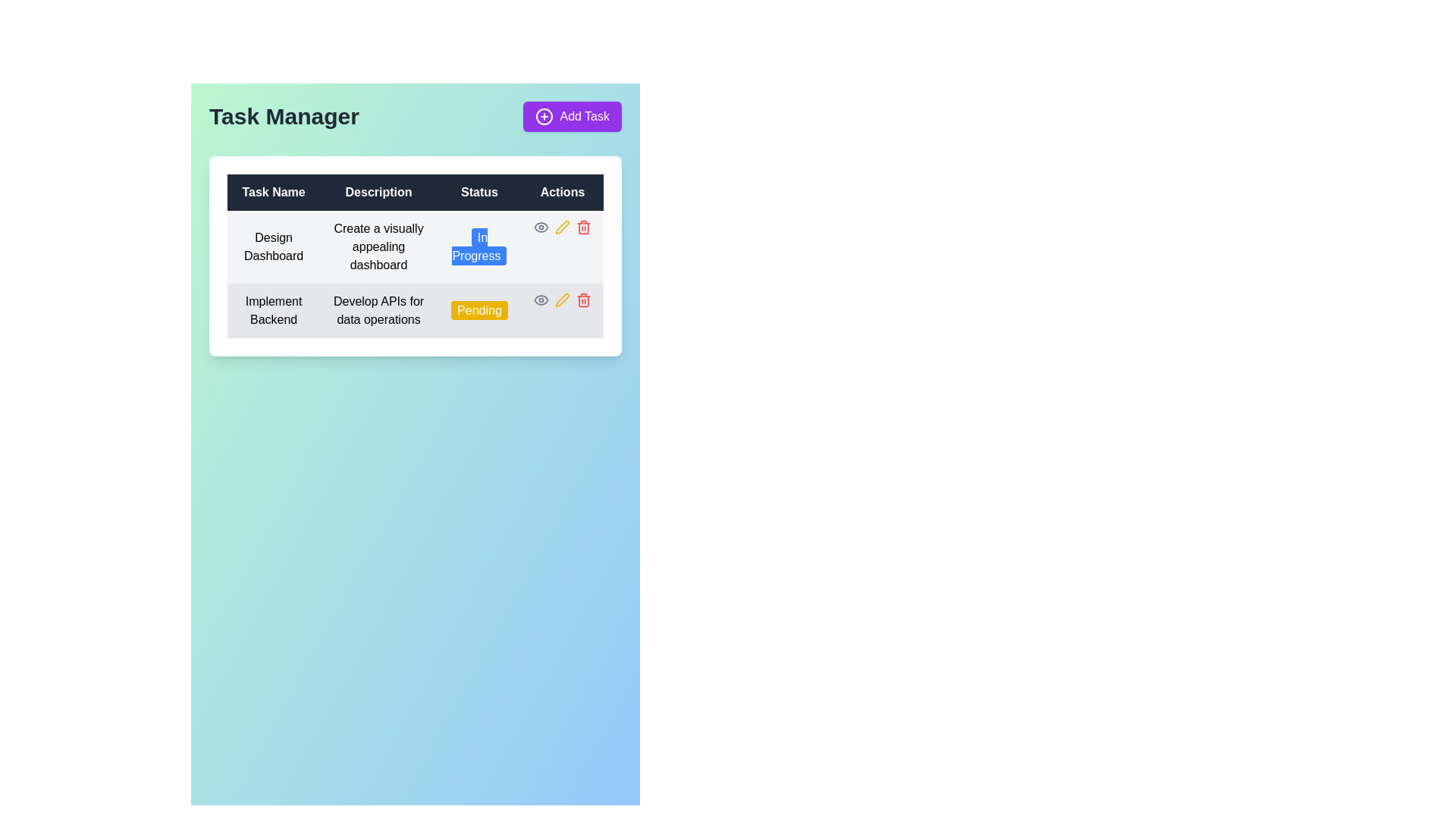 The image size is (1456, 819). What do you see at coordinates (479, 246) in the screenshot?
I see `text content of the Badge or Status Label indicating the current status of the 'Design Dashboard' task, which is located in the first row of the 'Status' column in the task table` at bounding box center [479, 246].